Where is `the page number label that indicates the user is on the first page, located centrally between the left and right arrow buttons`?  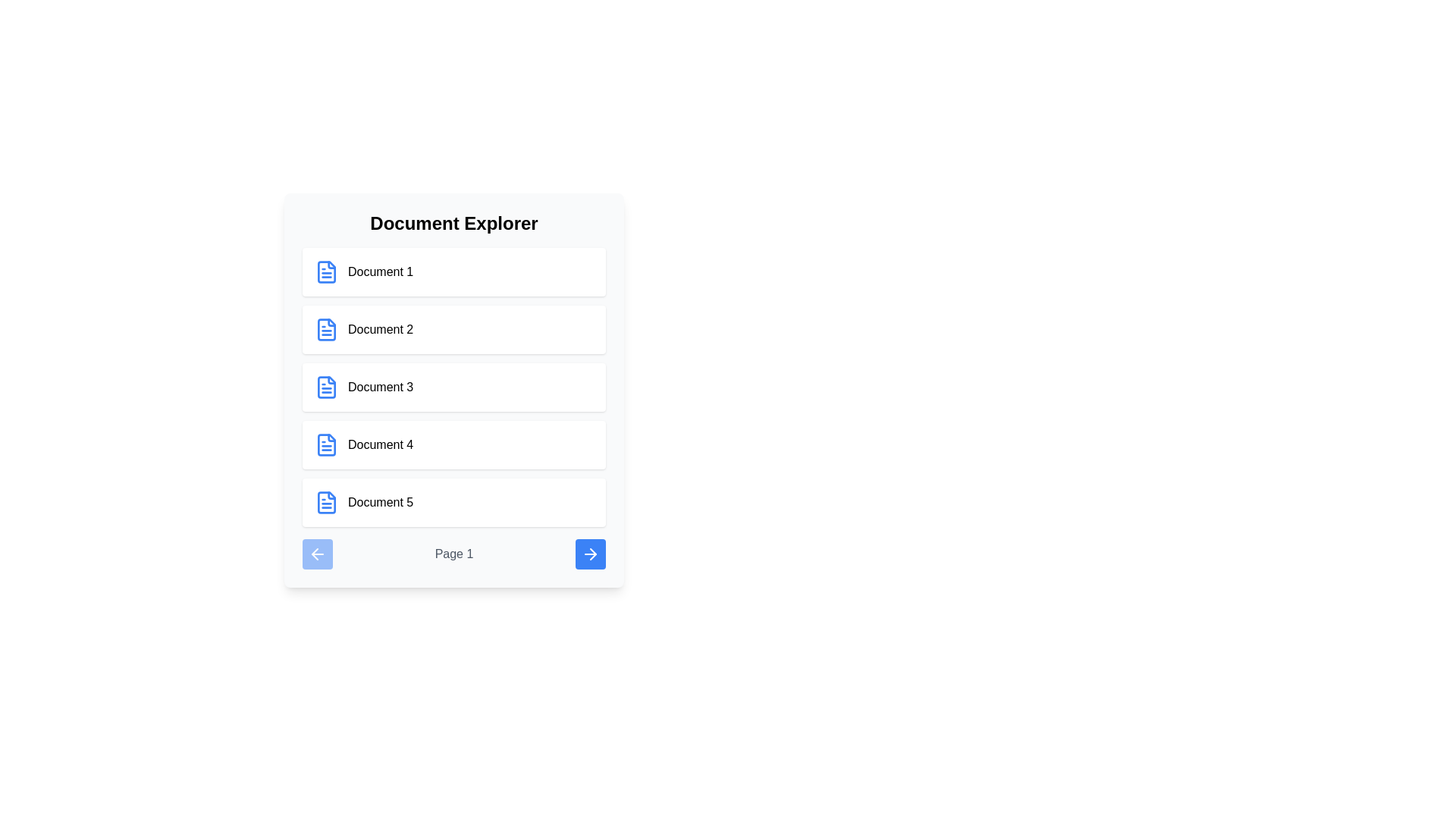 the page number label that indicates the user is on the first page, located centrally between the left and right arrow buttons is located at coordinates (453, 554).